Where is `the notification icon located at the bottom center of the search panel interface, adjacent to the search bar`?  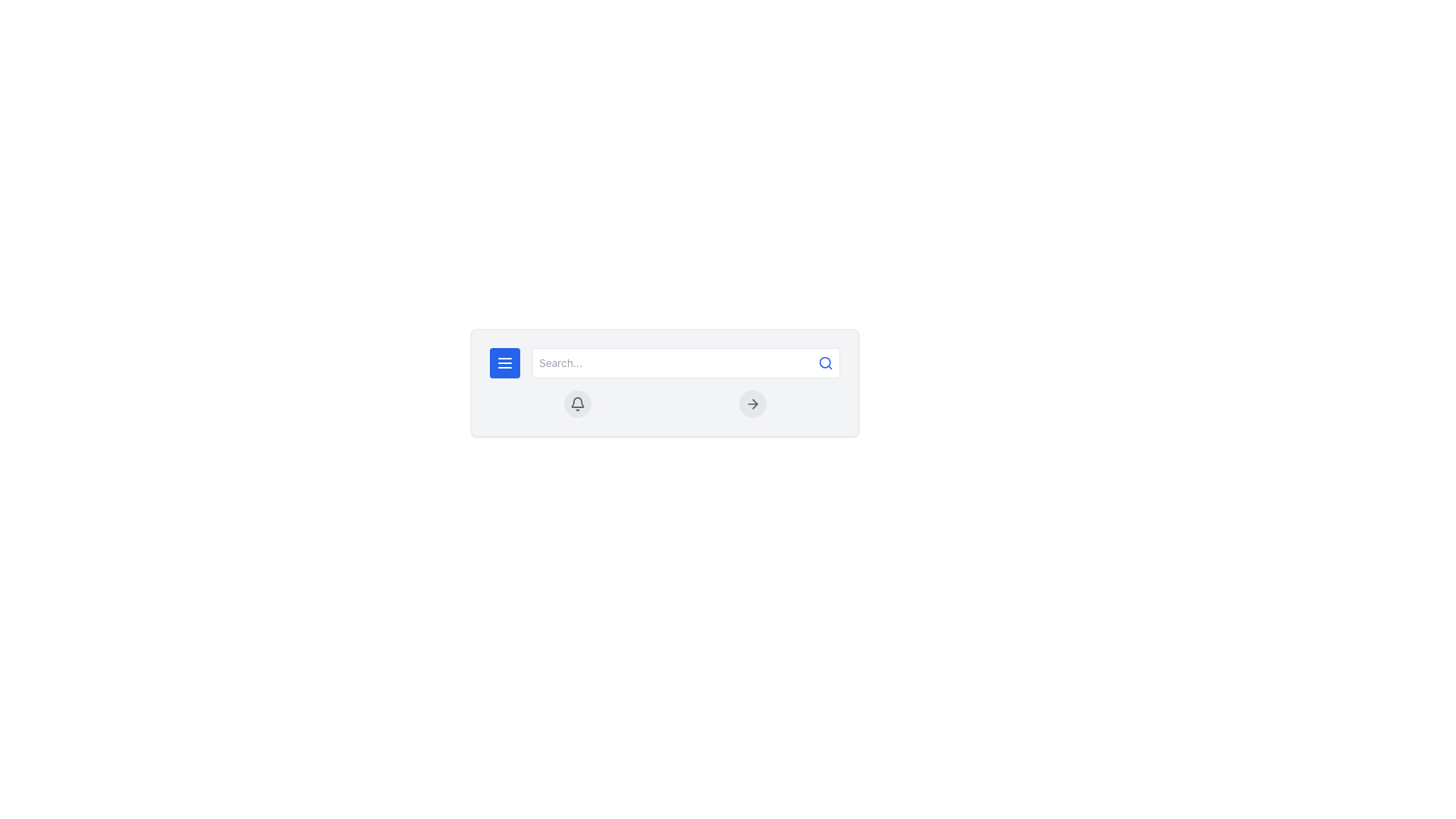
the notification icon located at the bottom center of the search panel interface, adjacent to the search bar is located at coordinates (576, 401).